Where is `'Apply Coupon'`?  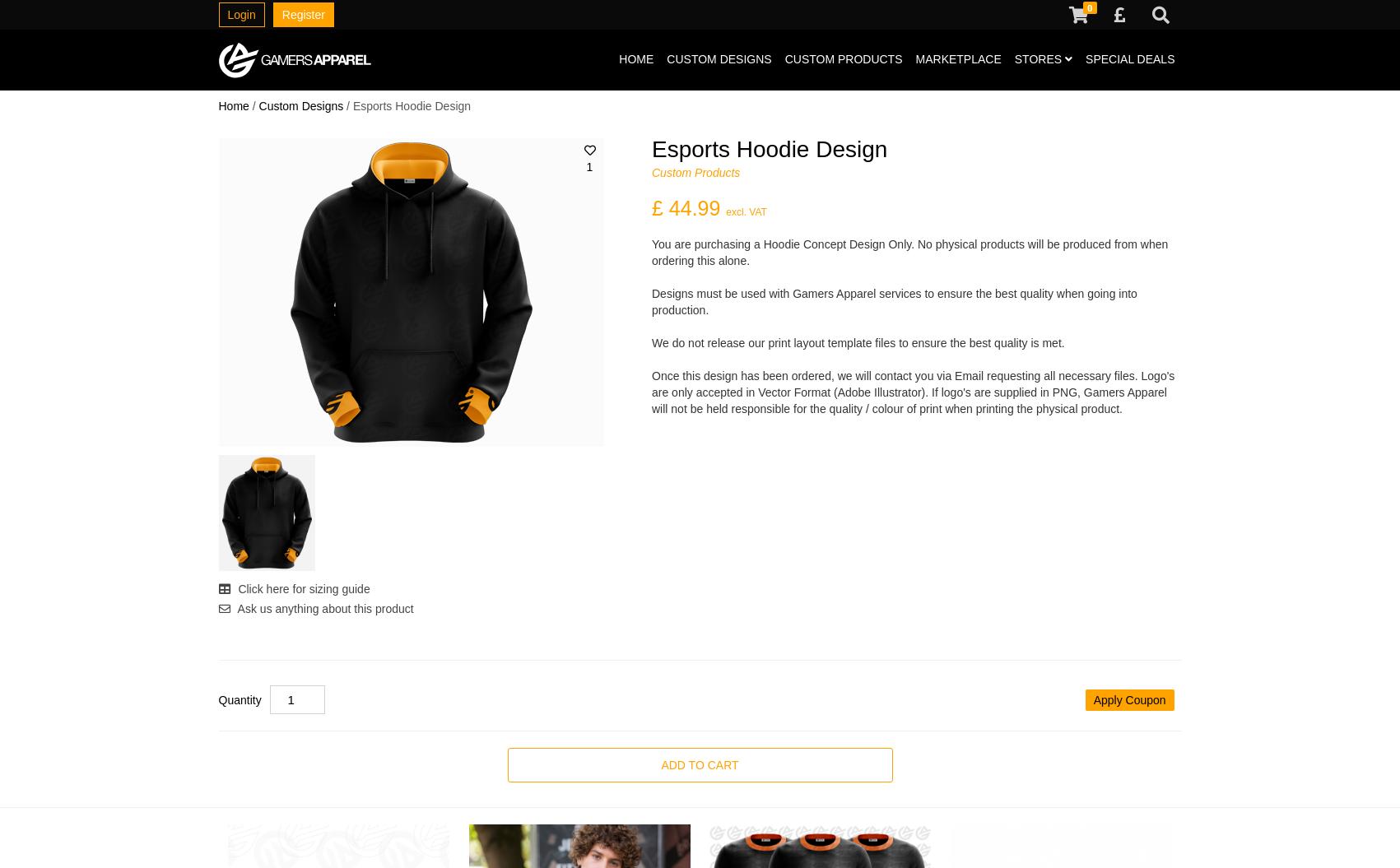
'Apply Coupon' is located at coordinates (1092, 699).